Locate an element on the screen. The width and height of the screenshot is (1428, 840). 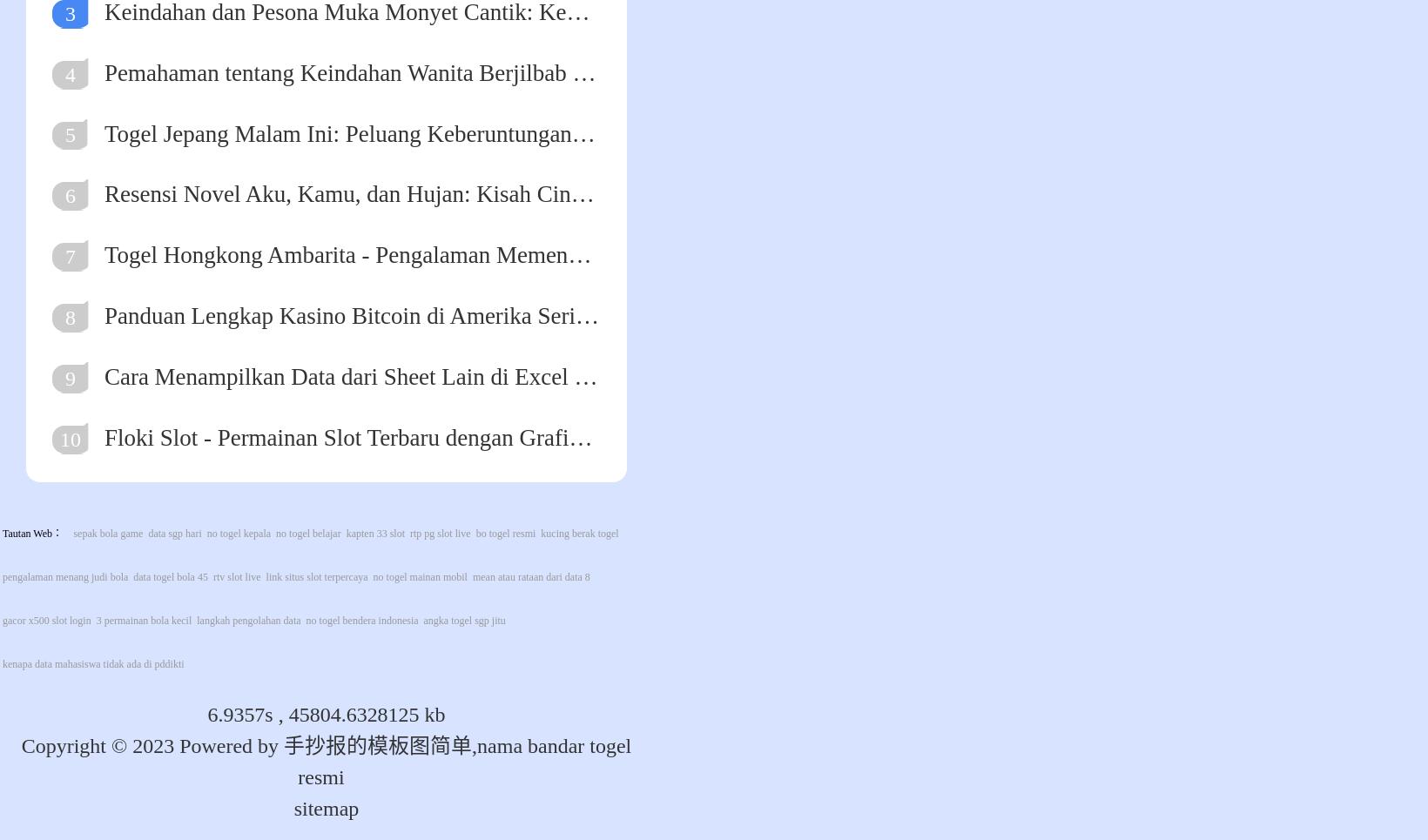
'7' is located at coordinates (63, 257).